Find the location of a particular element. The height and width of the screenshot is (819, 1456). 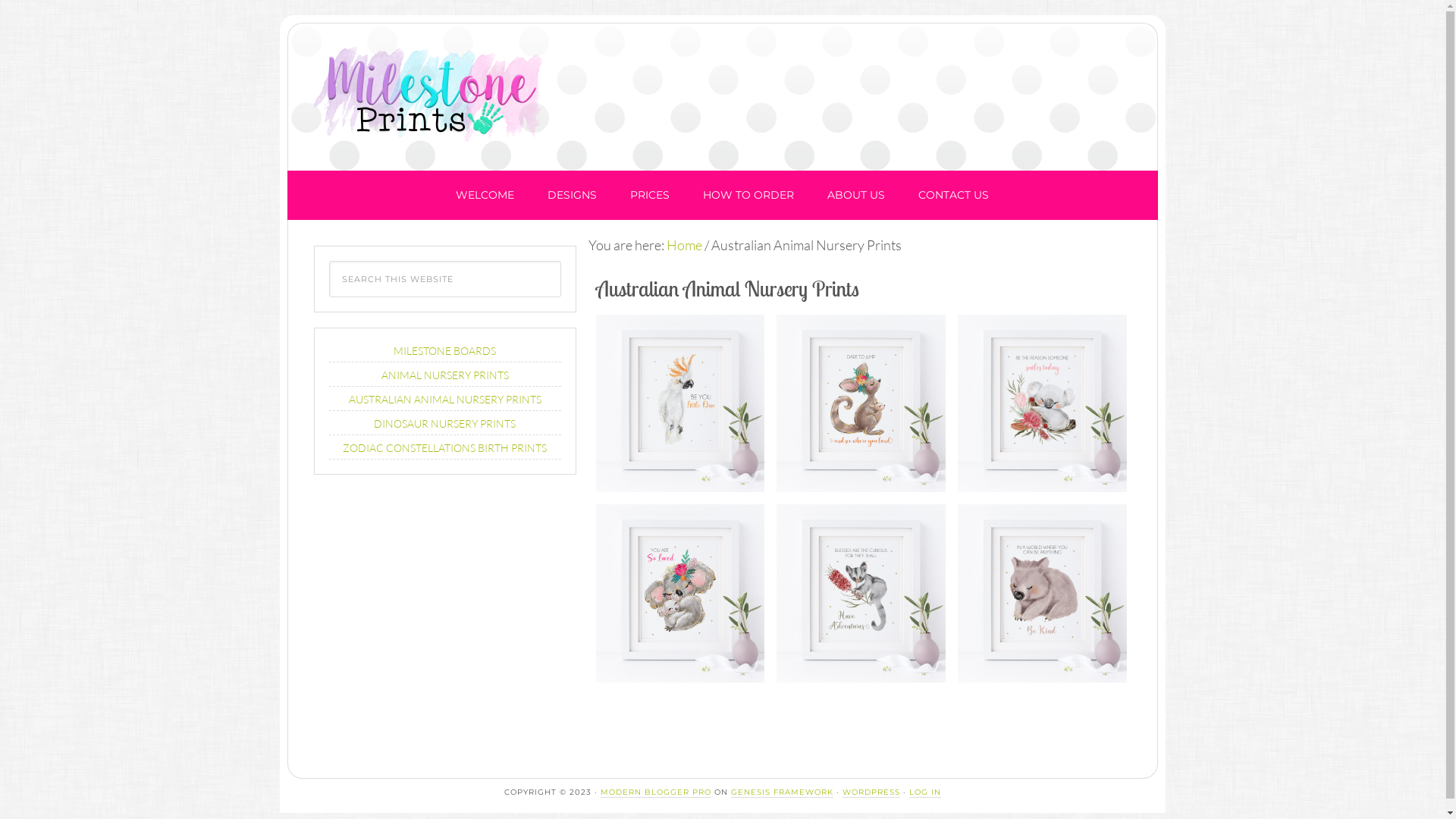

'ANIMAL NURSERY PRINTS' is located at coordinates (381, 375).